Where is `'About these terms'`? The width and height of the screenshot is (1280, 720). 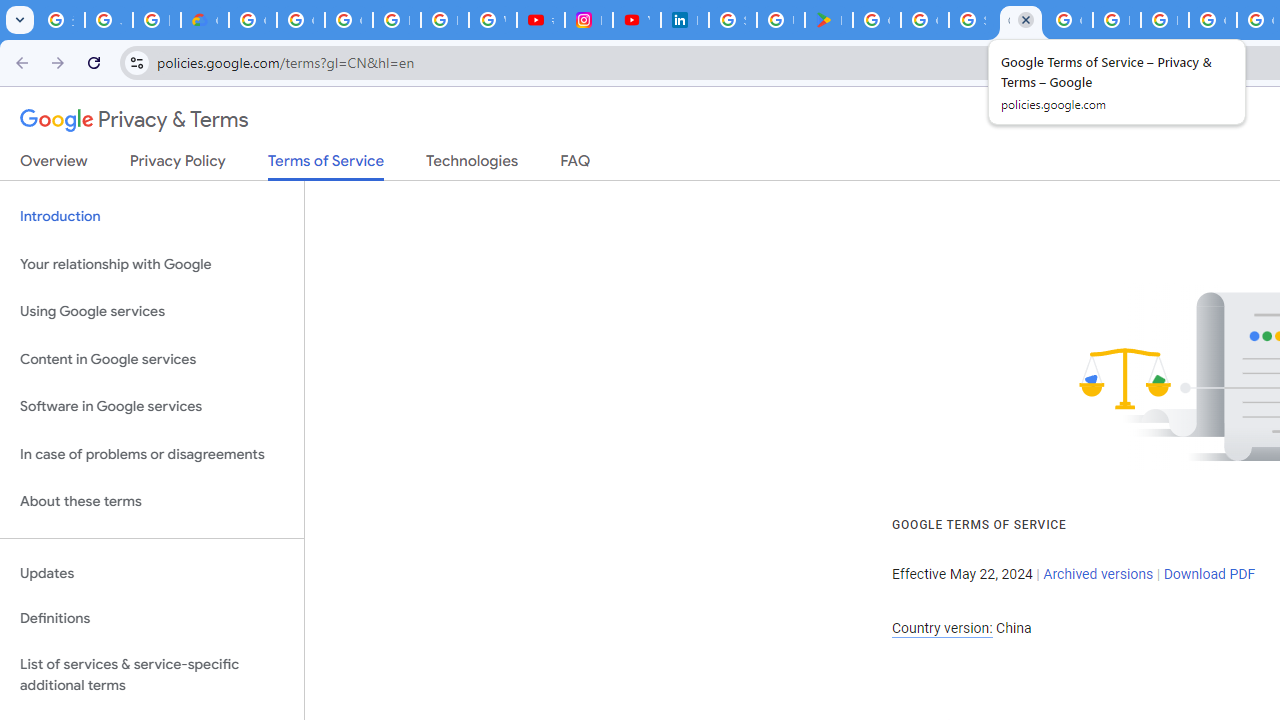 'About these terms' is located at coordinates (151, 501).